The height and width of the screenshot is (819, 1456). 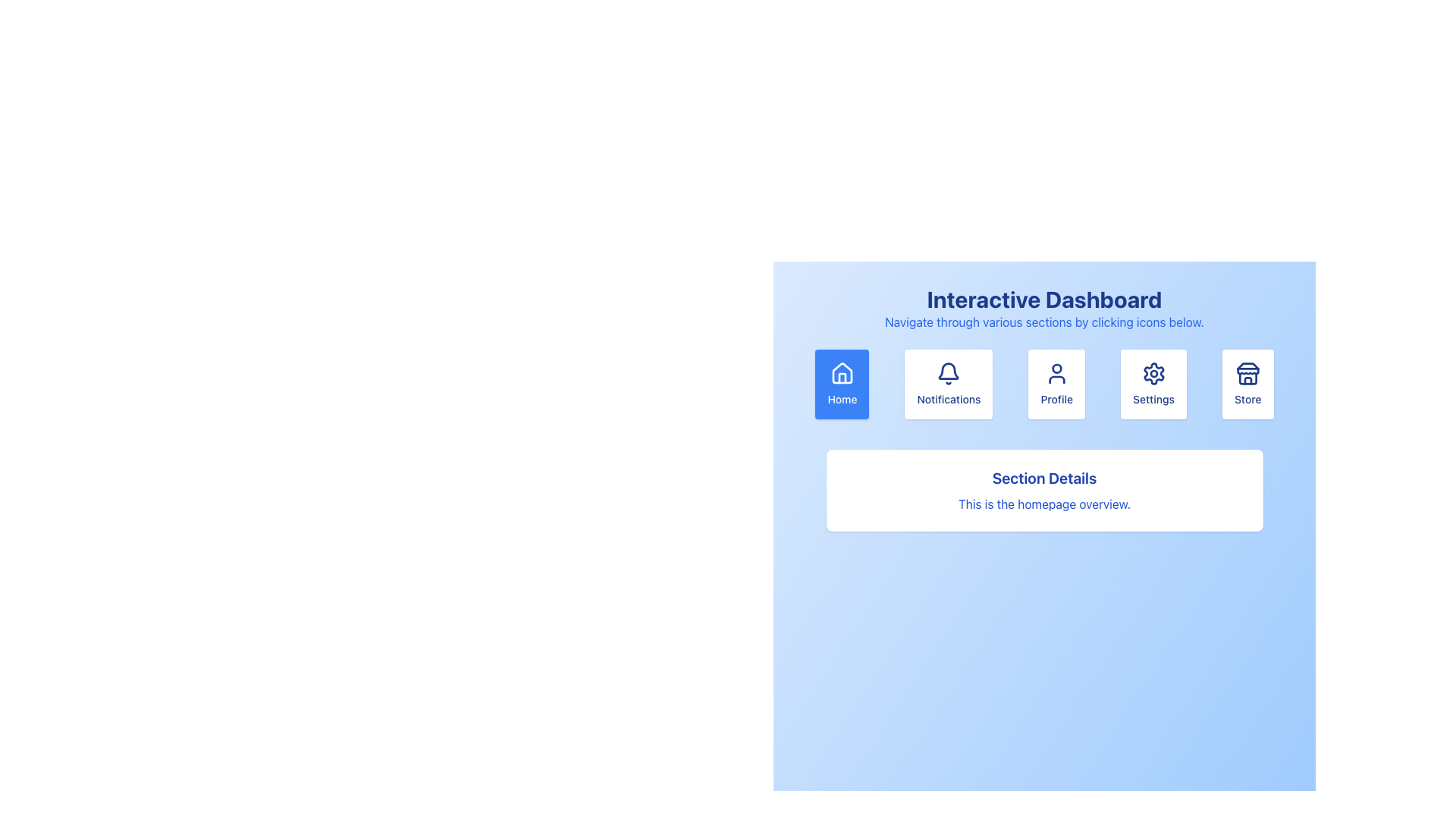 I want to click on the descriptive label located beneath the 'Section Details' header in the central panel of the interface, so click(x=1043, y=504).